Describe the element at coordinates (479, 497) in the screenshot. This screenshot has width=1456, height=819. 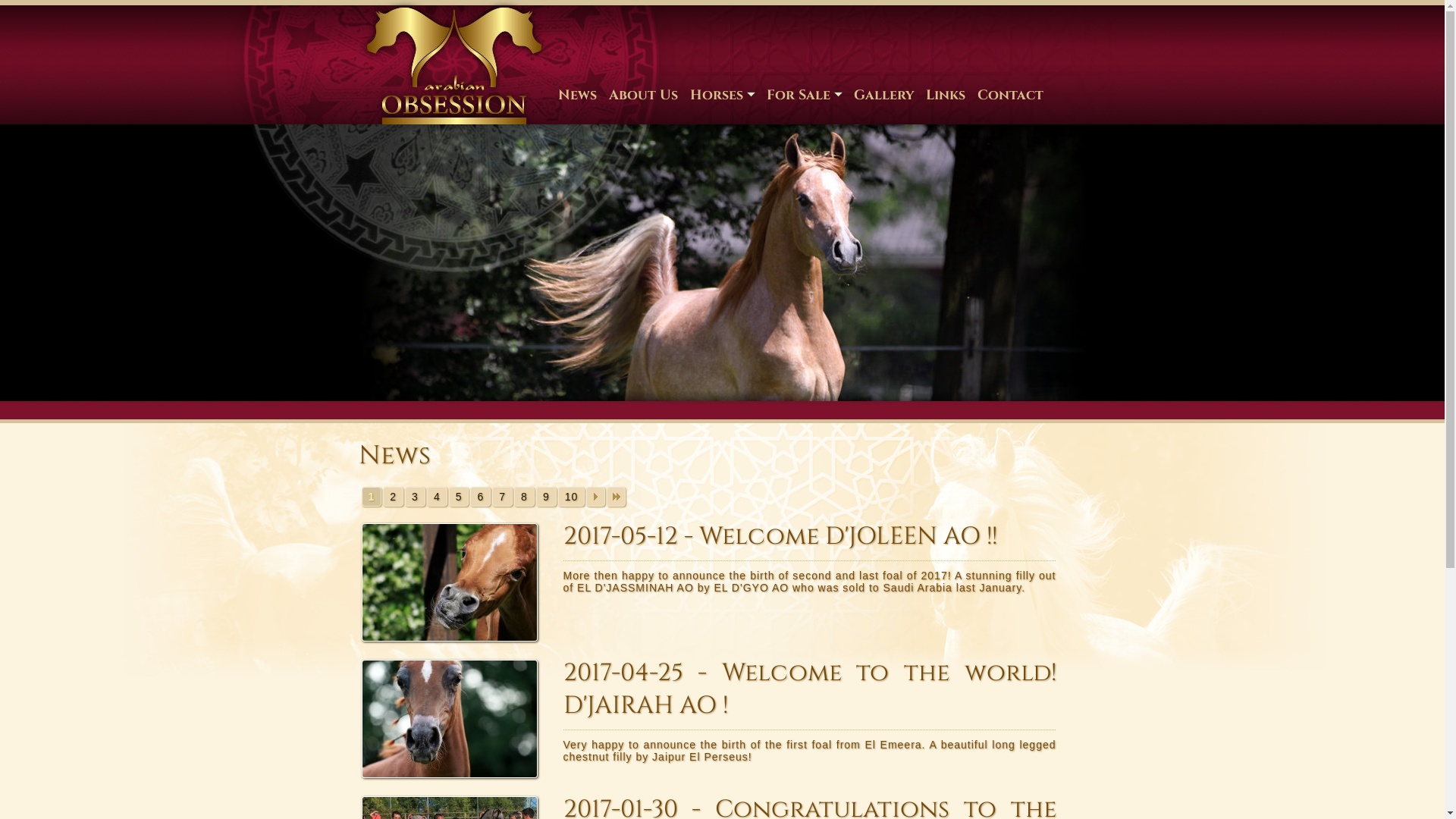
I see `'6'` at that location.